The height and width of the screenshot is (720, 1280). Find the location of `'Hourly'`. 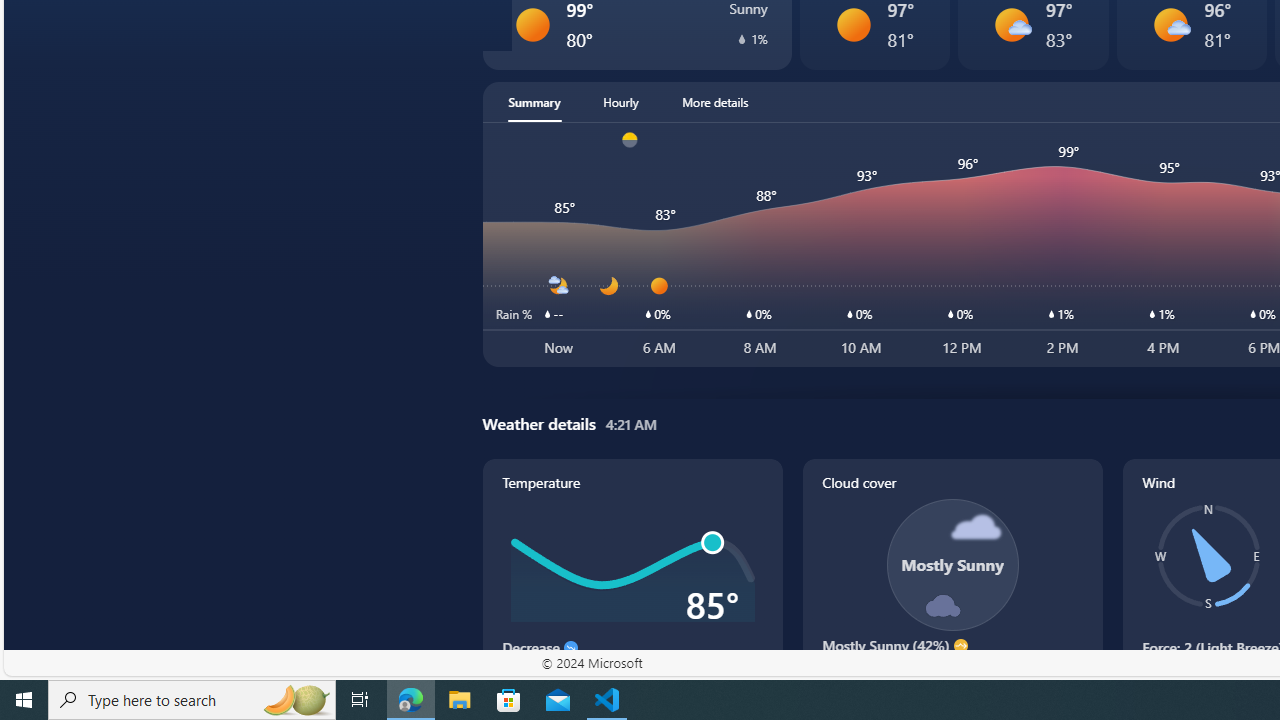

'Hourly' is located at coordinates (619, 101).